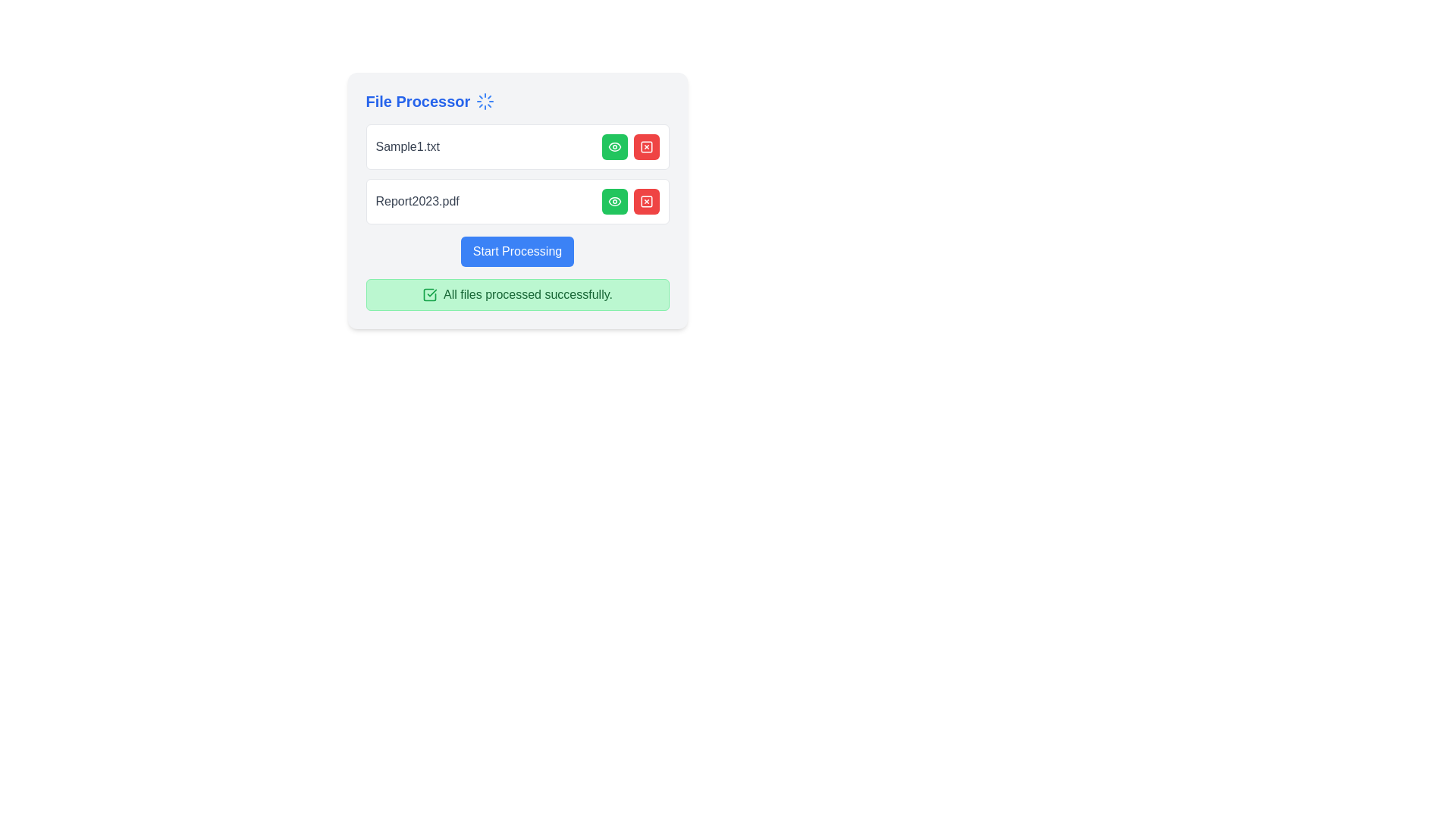 Image resolution: width=1456 pixels, height=819 pixels. I want to click on the eye icon within the green button next to the file entry titled 'Sample1.txt' to possibly see a tooltip, so click(614, 201).